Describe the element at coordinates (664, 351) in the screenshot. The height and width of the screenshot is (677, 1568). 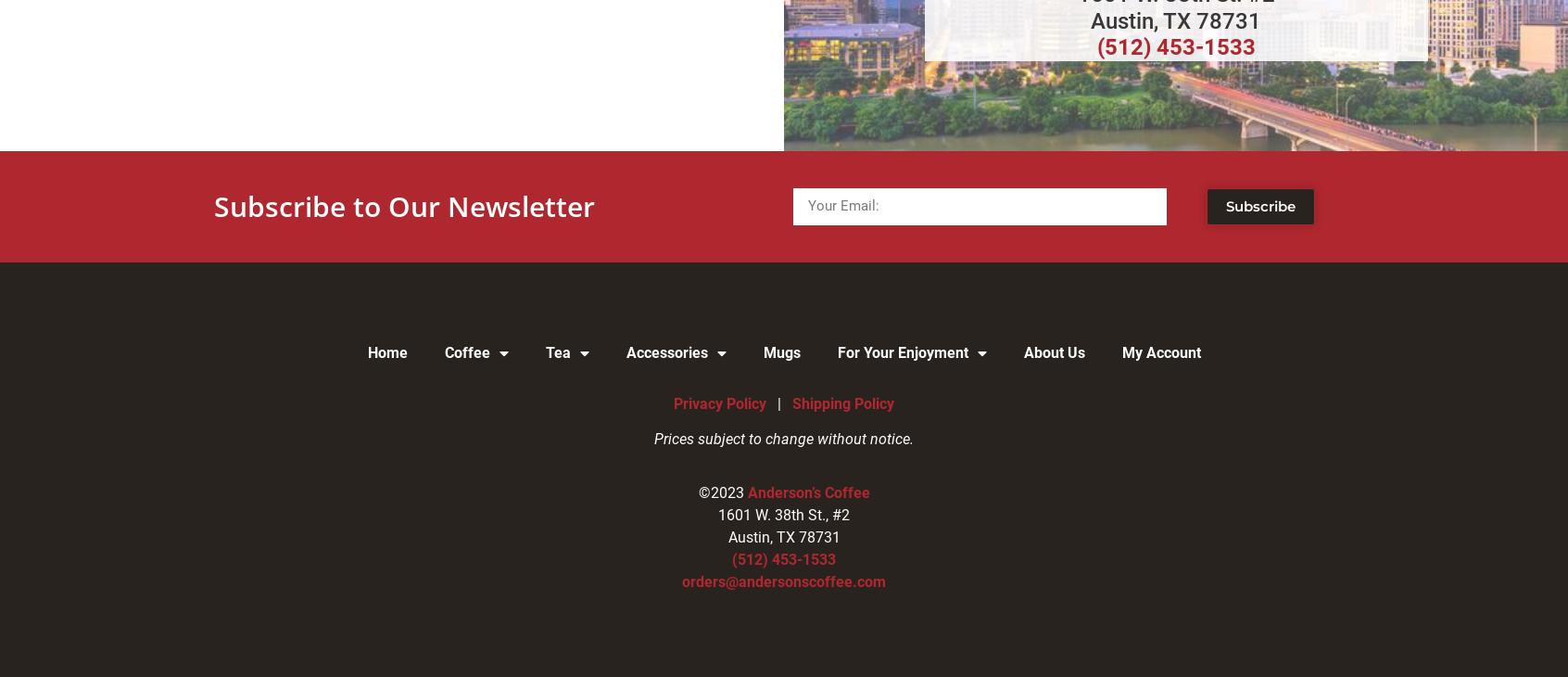
I see `'Accessories'` at that location.